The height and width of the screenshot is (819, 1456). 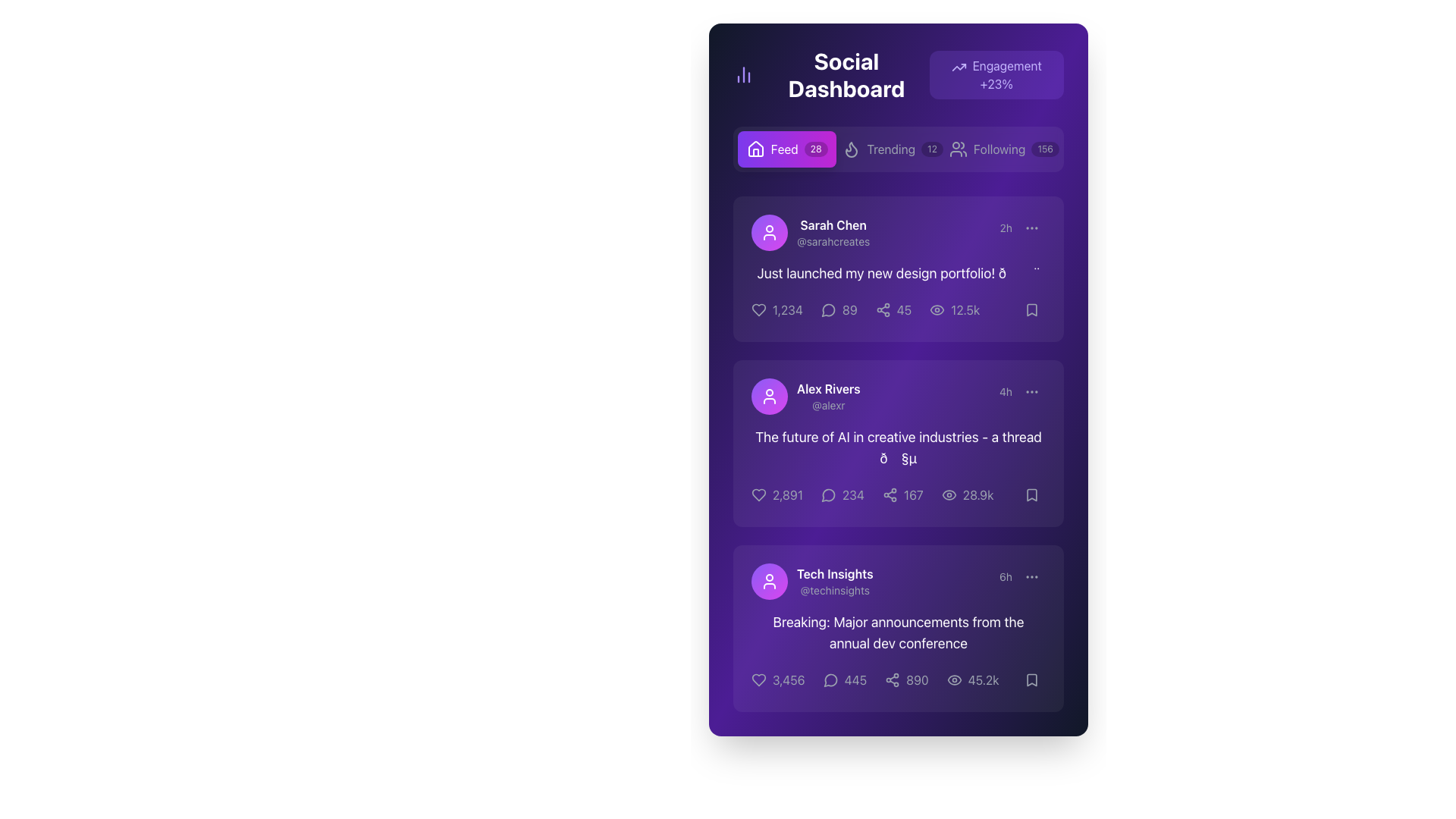 I want to click on the rightmost button in the group labeled 'Feed' and 'Trending' to change its style, so click(x=1004, y=149).